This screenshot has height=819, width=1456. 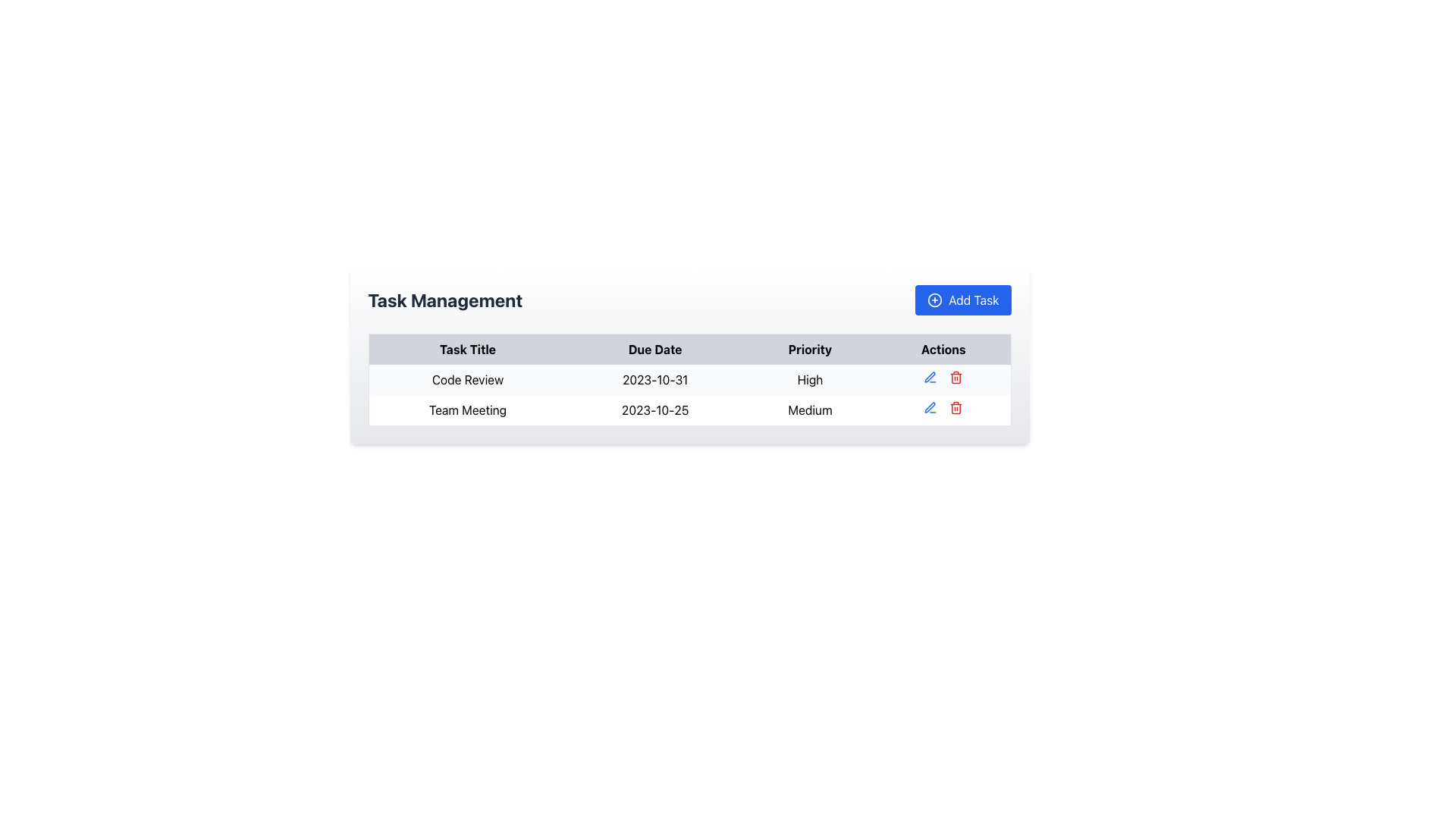 I want to click on the delete icon located in the Actions column of the second row of the task table, so click(x=955, y=376).